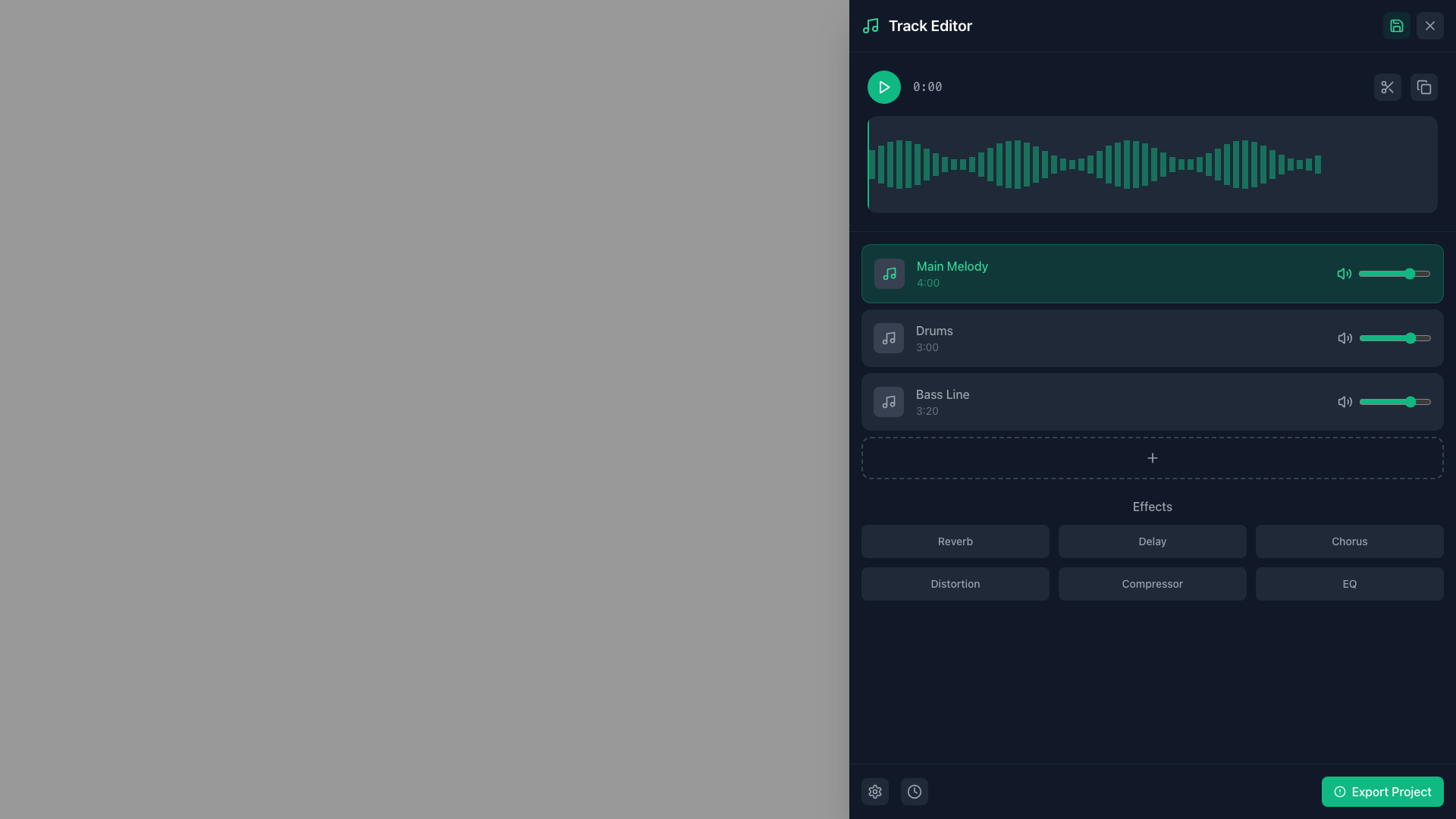 The height and width of the screenshot is (819, 1456). What do you see at coordinates (870, 26) in the screenshot?
I see `the music or audio feature icon located in the top-left corner of the interface, adjacent to the 'Track Editor' text header` at bounding box center [870, 26].